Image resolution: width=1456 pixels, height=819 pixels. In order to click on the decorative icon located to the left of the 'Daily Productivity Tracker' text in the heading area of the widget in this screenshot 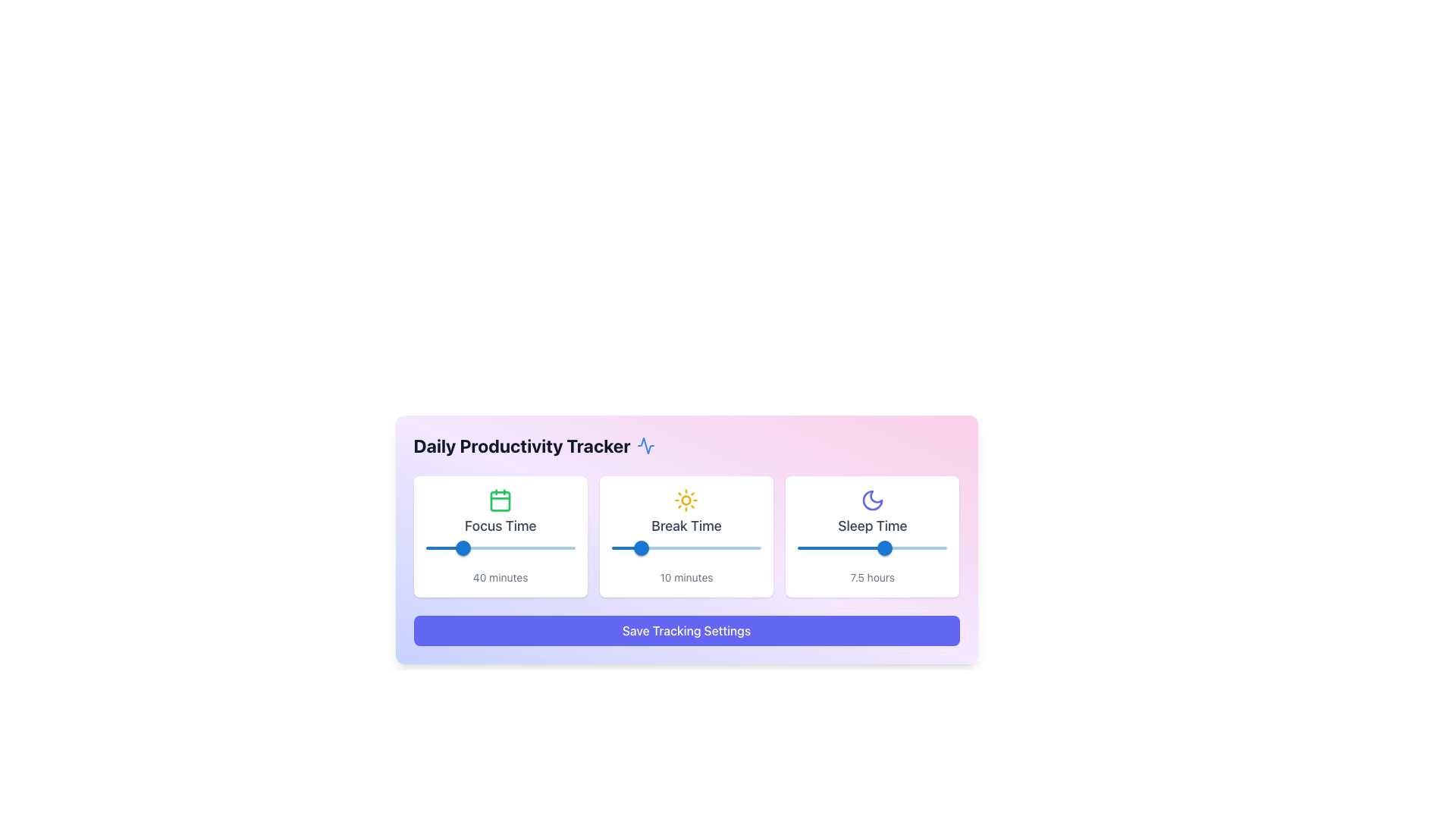, I will do `click(645, 444)`.